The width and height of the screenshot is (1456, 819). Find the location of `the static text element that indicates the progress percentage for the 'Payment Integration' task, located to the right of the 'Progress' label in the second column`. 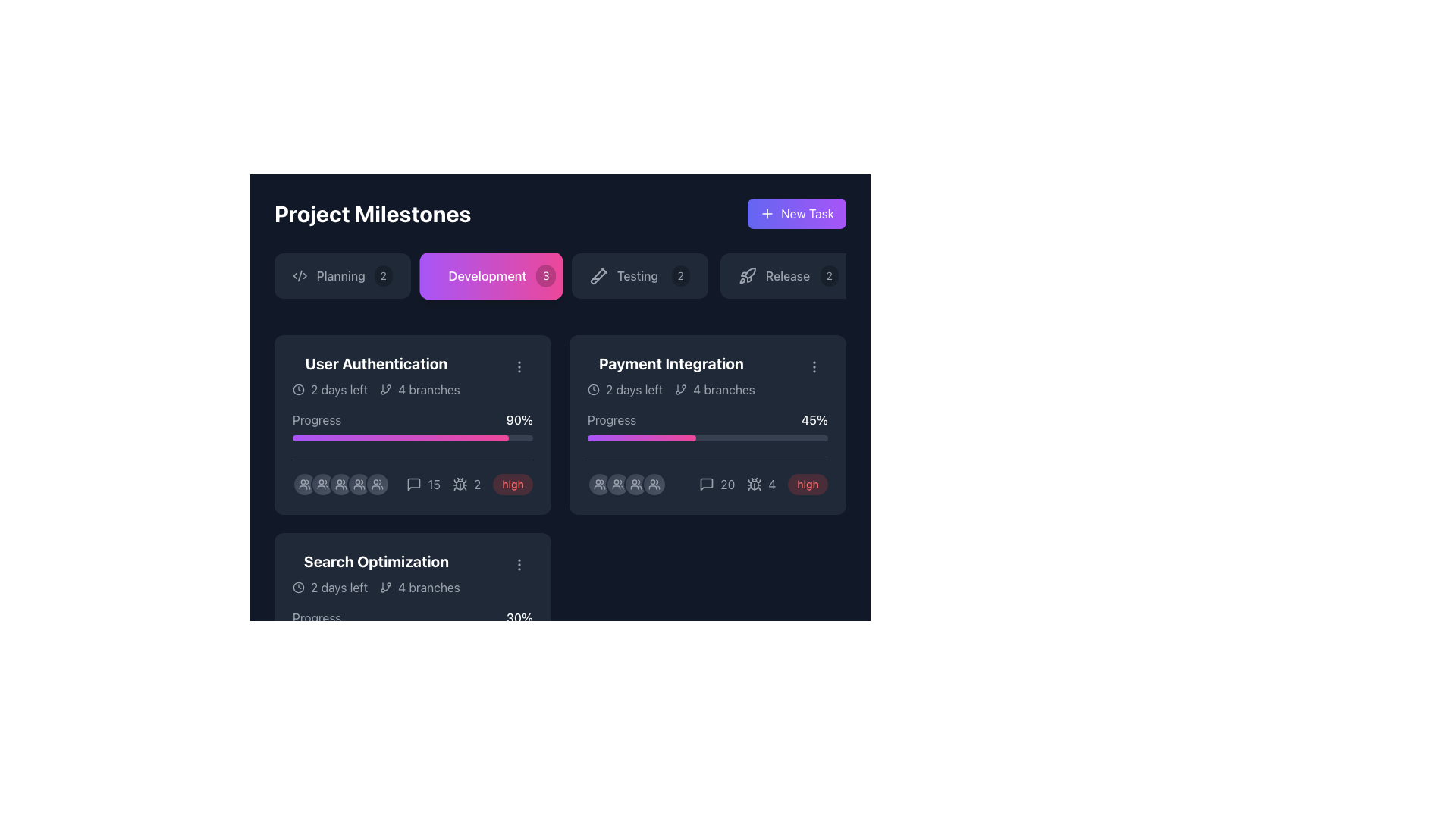

the static text element that indicates the progress percentage for the 'Payment Integration' task, located to the right of the 'Progress' label in the second column is located at coordinates (814, 420).